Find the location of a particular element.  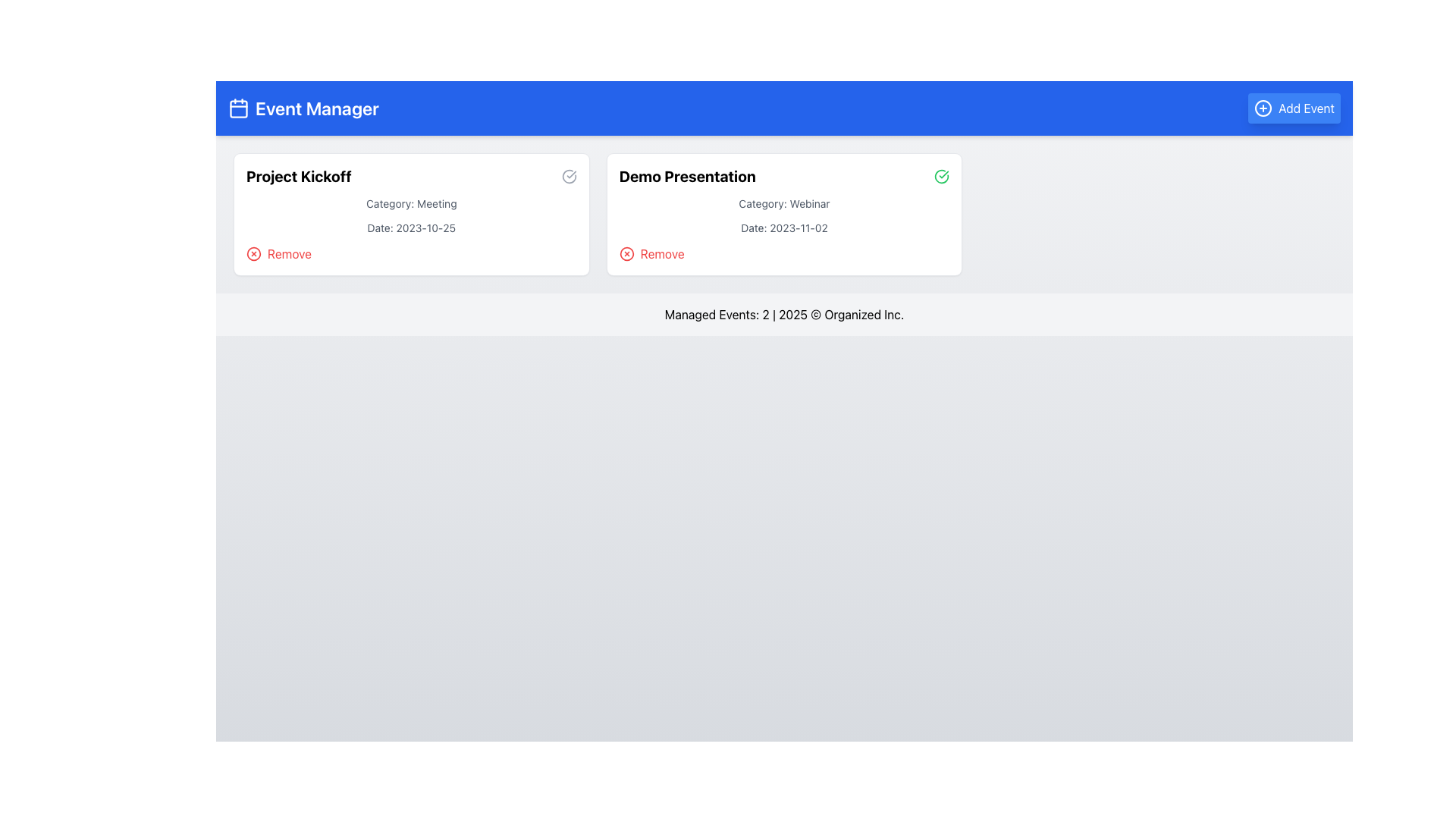

on the 'Project Kickoff' text label, which is bold and centrally positioned in the top-left card of the layout is located at coordinates (299, 175).